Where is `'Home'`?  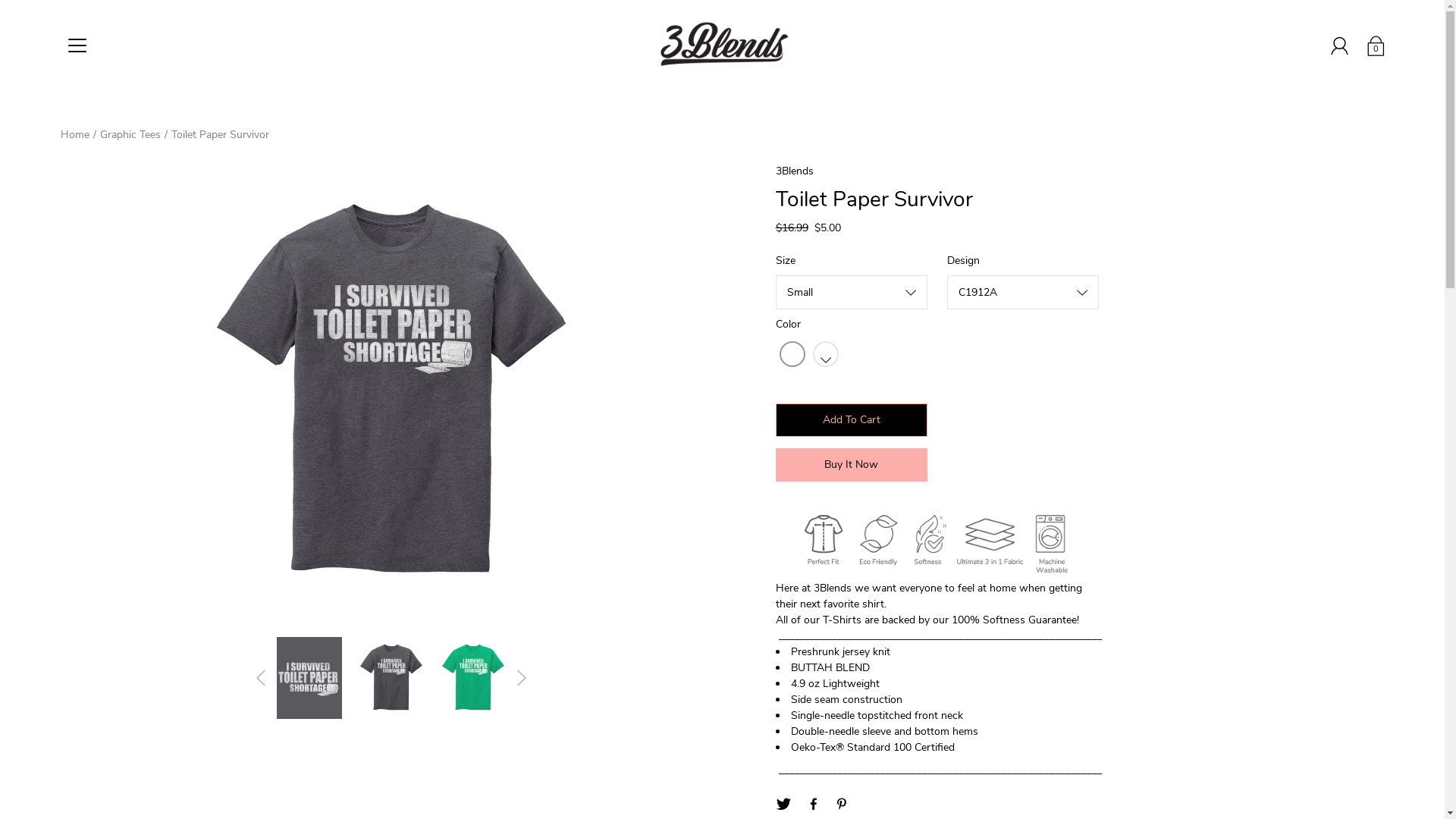 'Home' is located at coordinates (74, 133).